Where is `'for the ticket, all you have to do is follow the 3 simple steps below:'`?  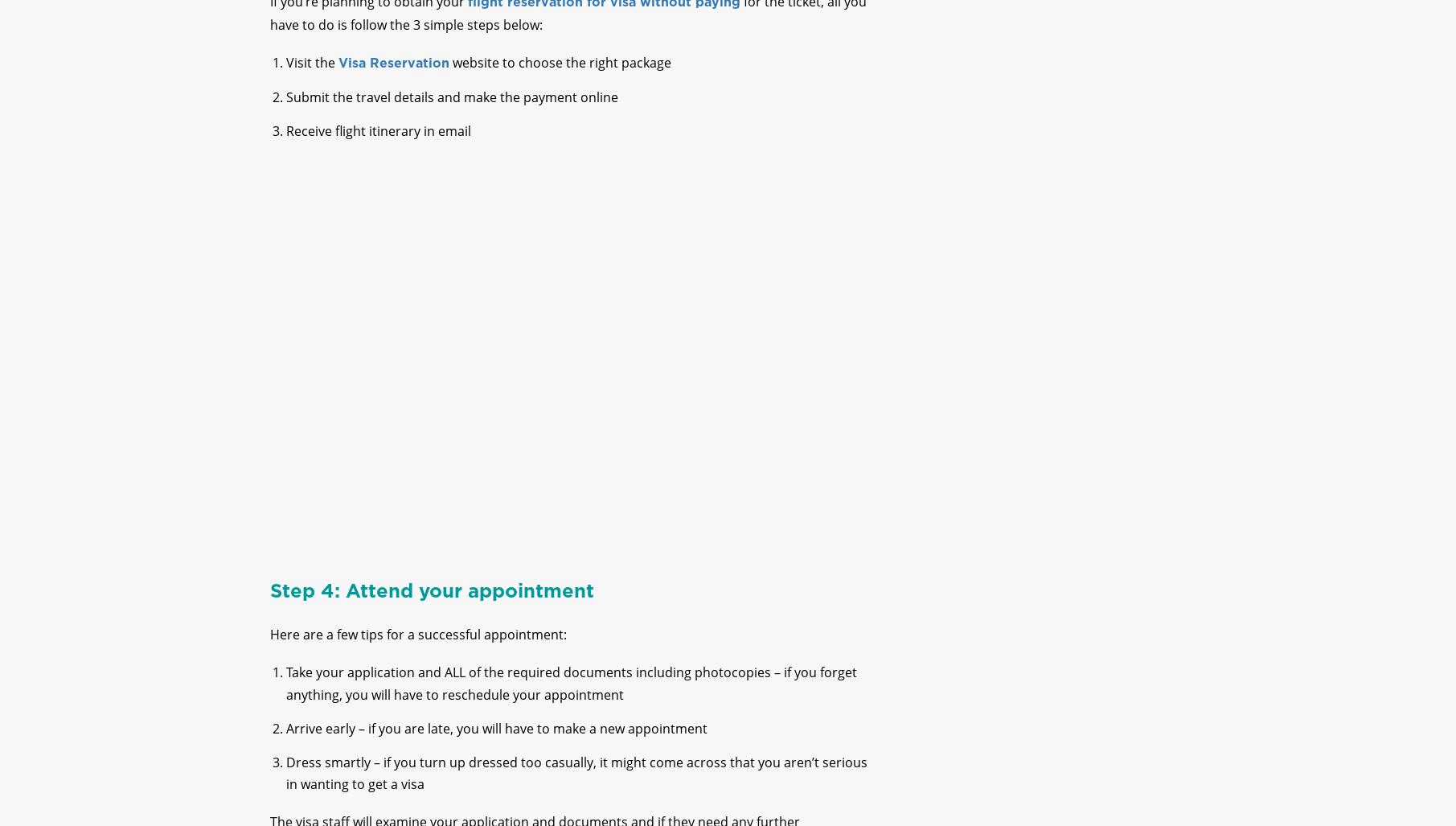 'for the ticket, all you have to do is follow the 3 simple steps below:' is located at coordinates (269, 26).